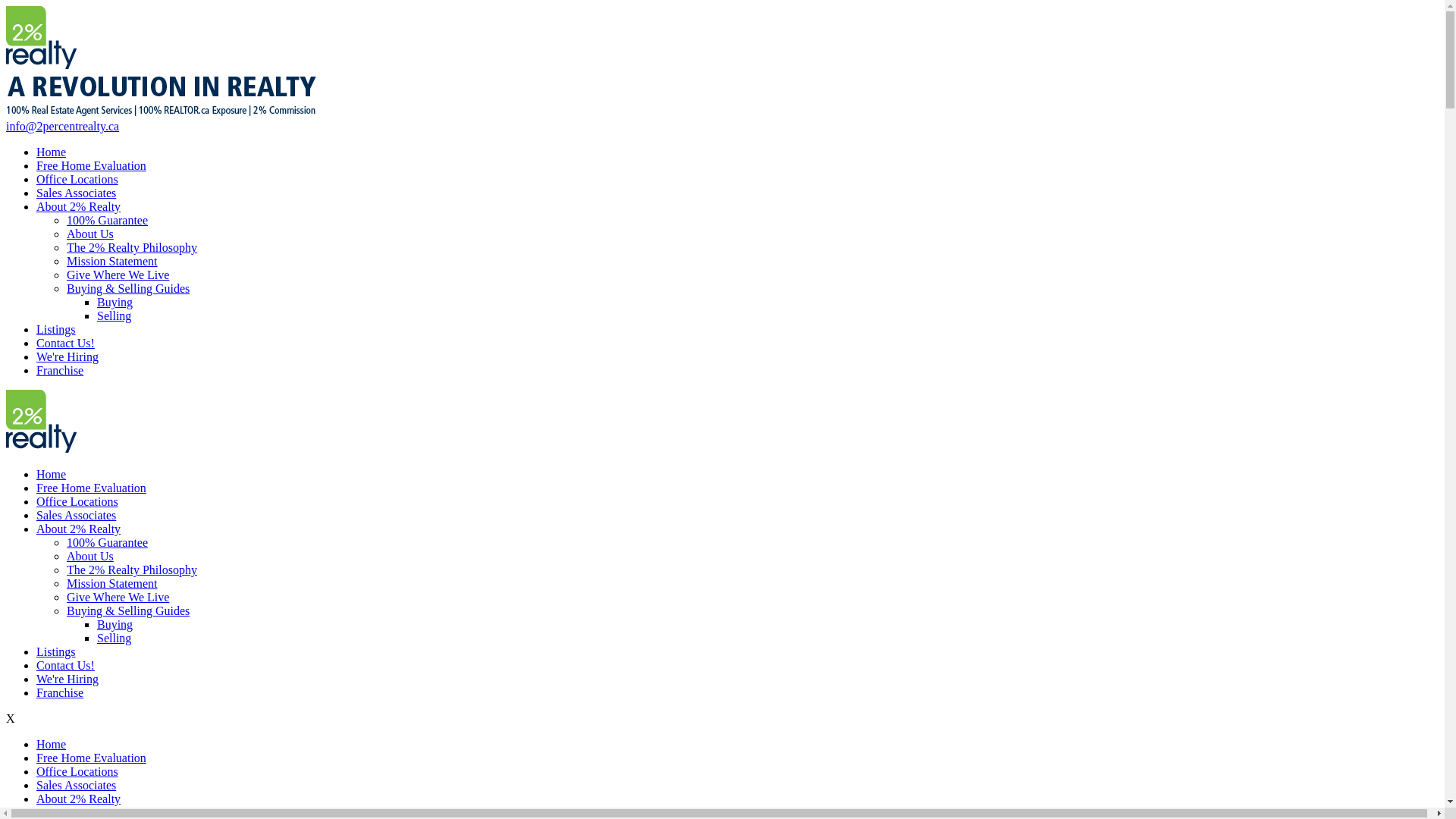  What do you see at coordinates (55, 651) in the screenshot?
I see `'Listings'` at bounding box center [55, 651].